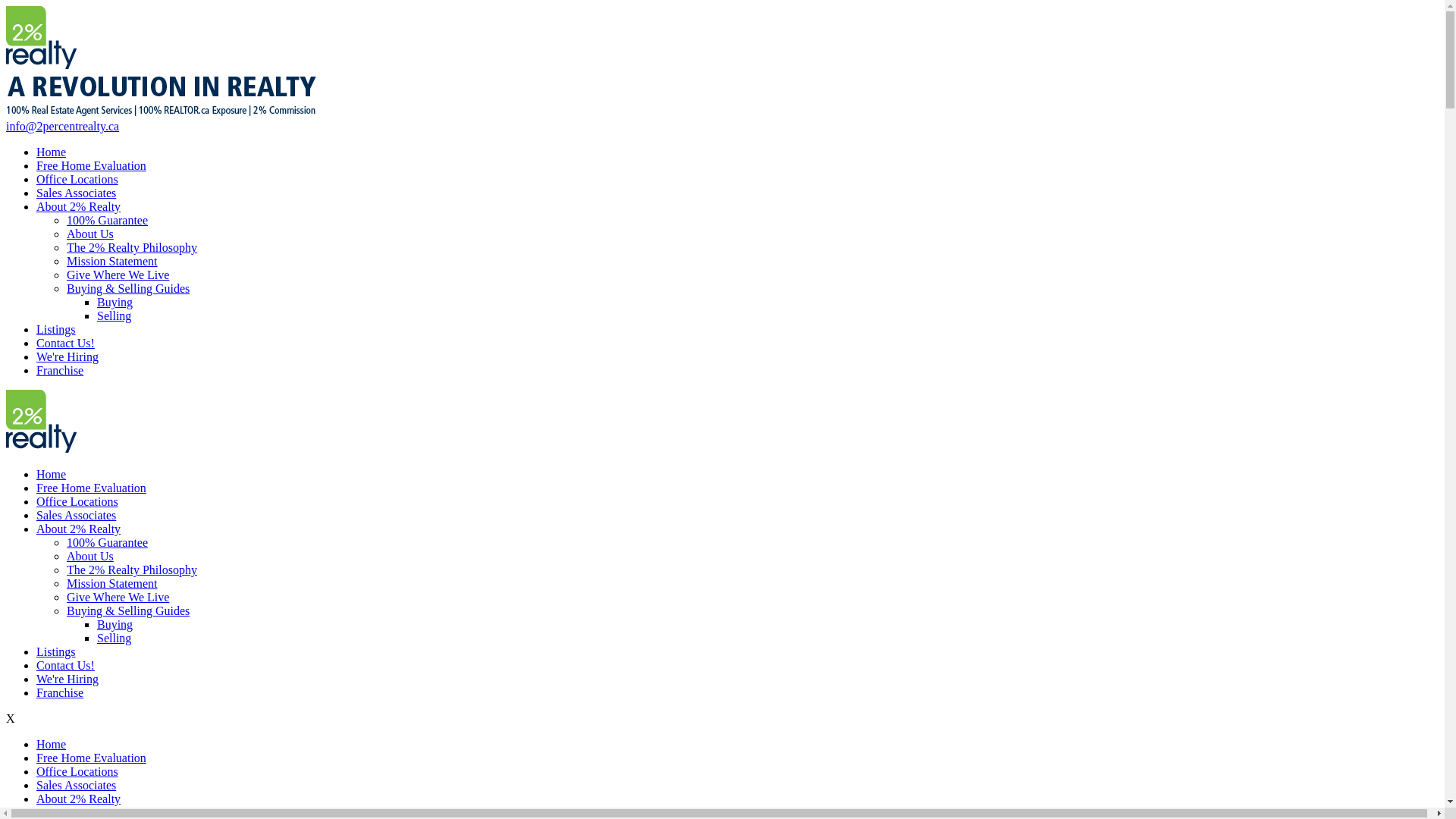  What do you see at coordinates (55, 651) in the screenshot?
I see `'Listings'` at bounding box center [55, 651].